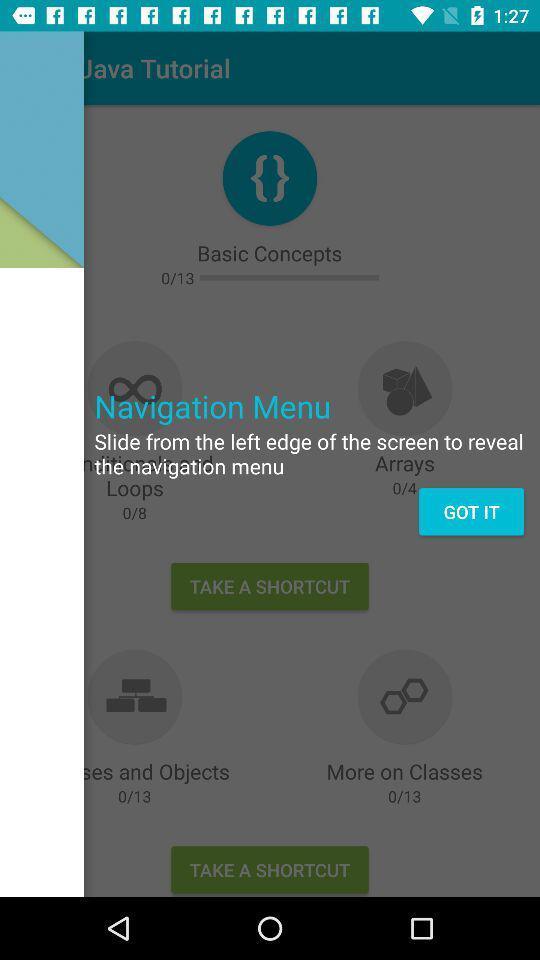  Describe the element at coordinates (471, 510) in the screenshot. I see `the got it item` at that location.